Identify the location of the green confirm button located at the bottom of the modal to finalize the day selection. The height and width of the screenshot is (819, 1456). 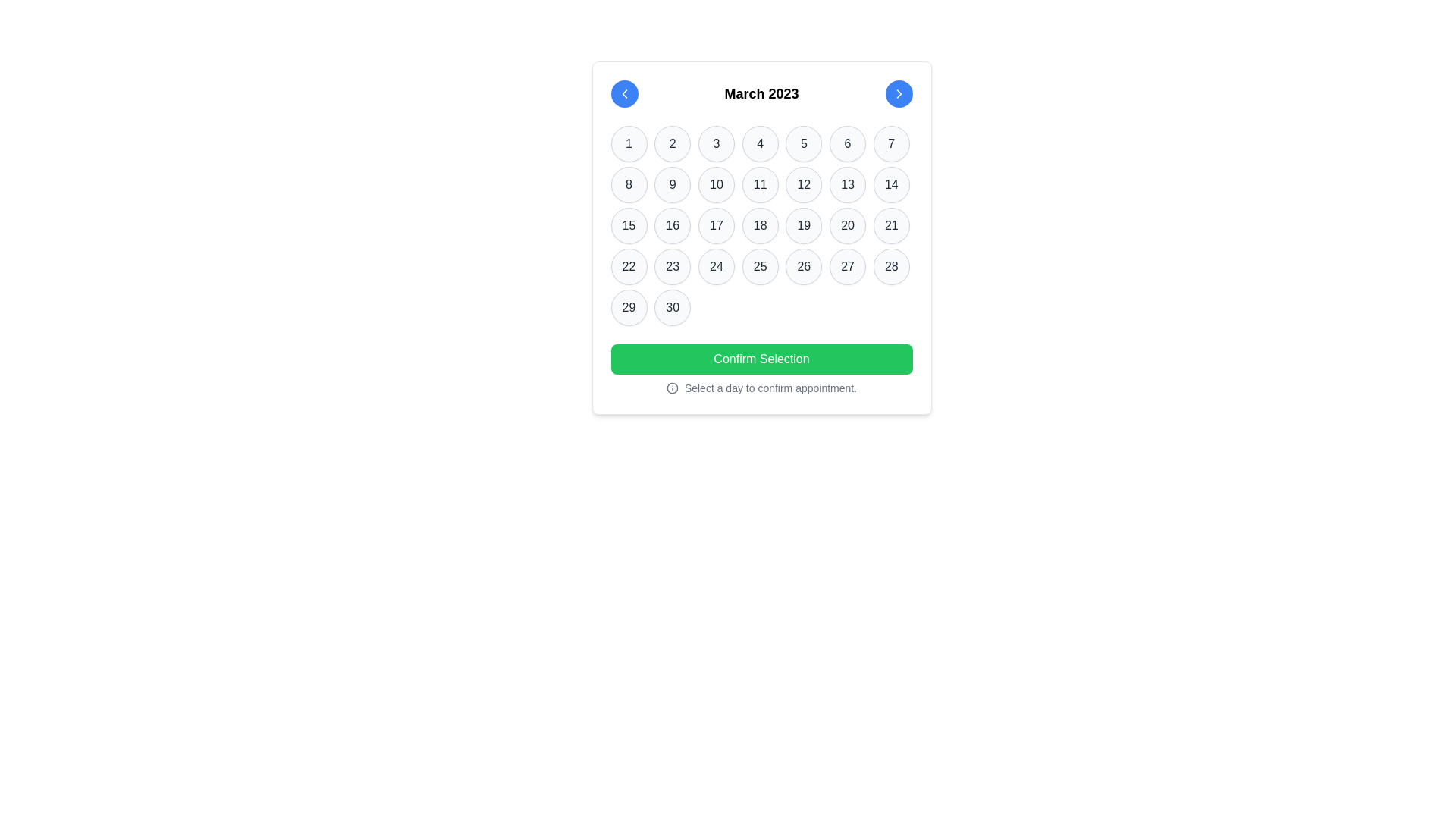
(761, 370).